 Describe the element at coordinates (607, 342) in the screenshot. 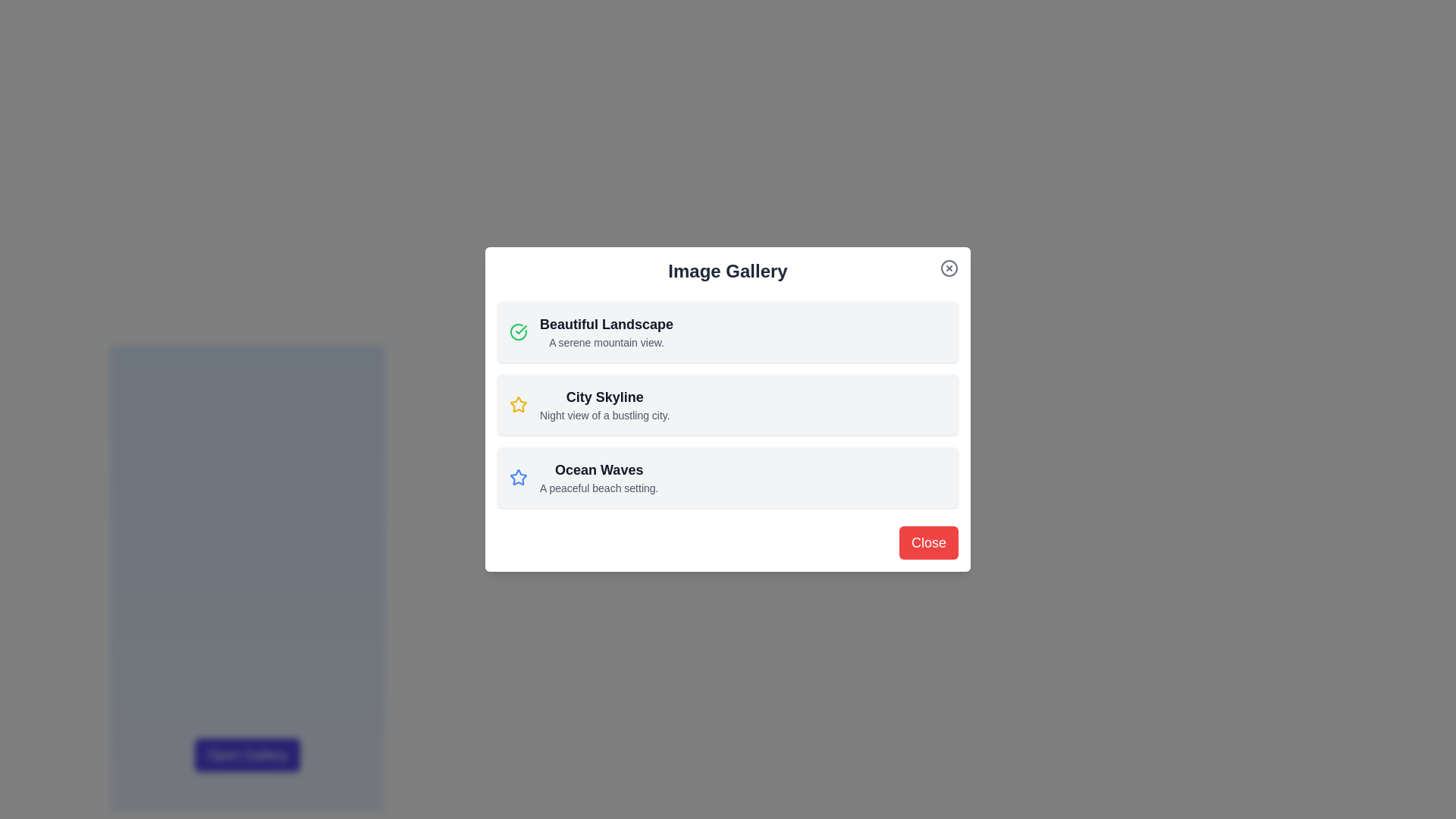

I see `the displayed description of the text element located below the title 'Beautiful Landscape' in the dialog box, which is formatted in a smaller light gray font` at that location.